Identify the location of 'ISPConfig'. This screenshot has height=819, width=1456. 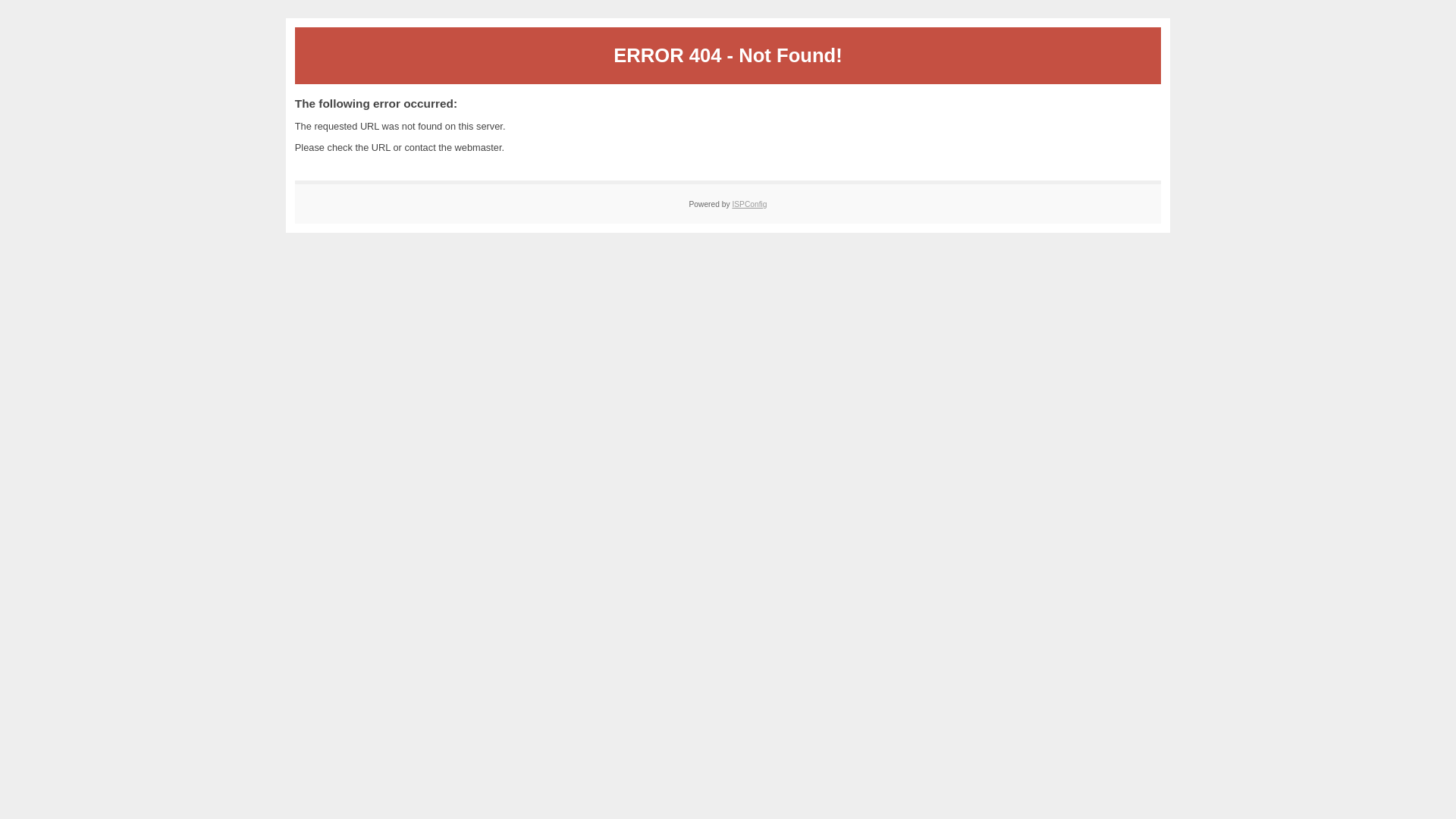
(749, 203).